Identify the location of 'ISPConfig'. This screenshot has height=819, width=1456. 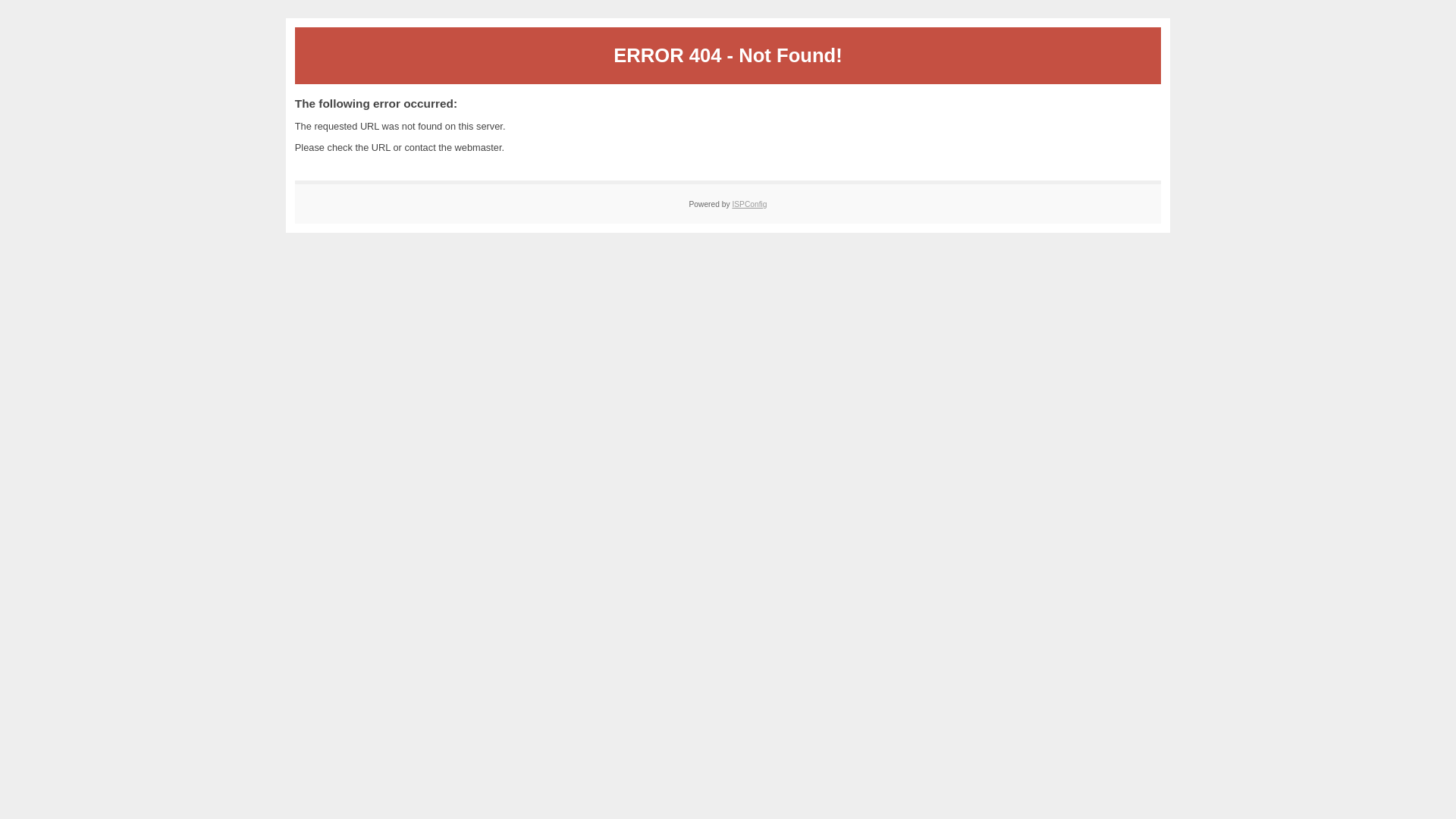
(749, 203).